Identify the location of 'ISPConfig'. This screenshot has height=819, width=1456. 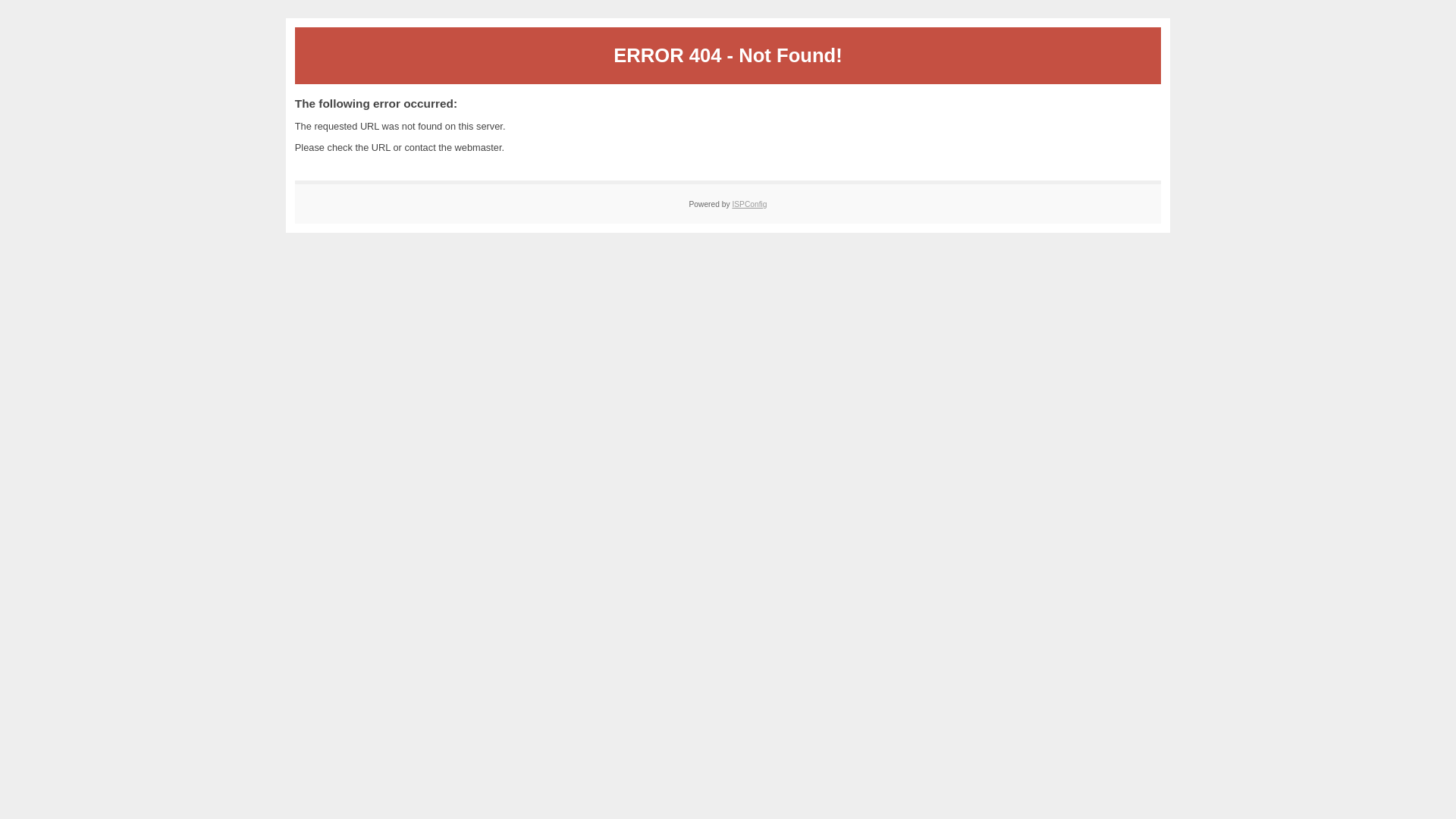
(749, 203).